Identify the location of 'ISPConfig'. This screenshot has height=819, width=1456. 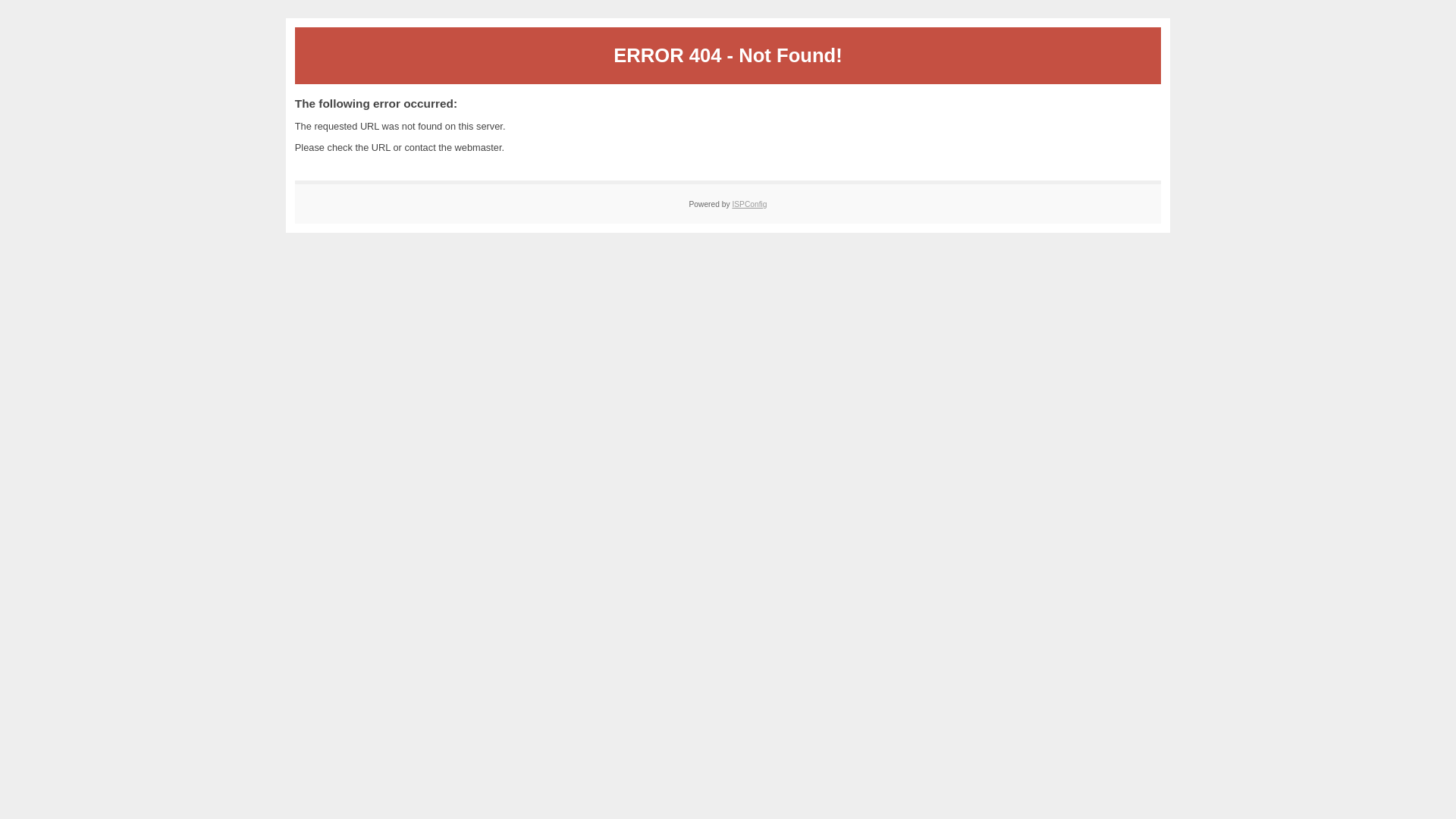
(749, 203).